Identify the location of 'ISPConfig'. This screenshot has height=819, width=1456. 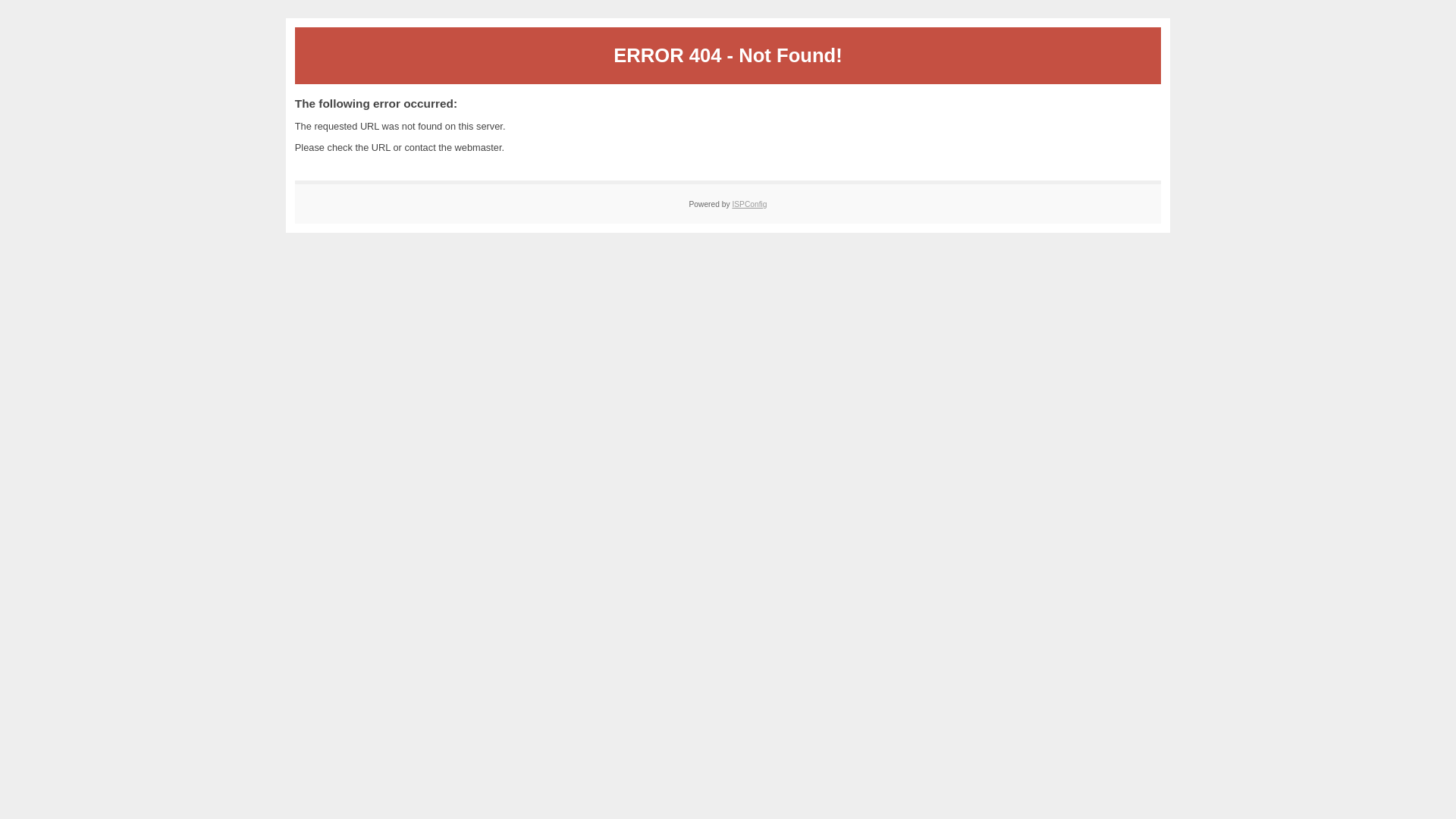
(749, 203).